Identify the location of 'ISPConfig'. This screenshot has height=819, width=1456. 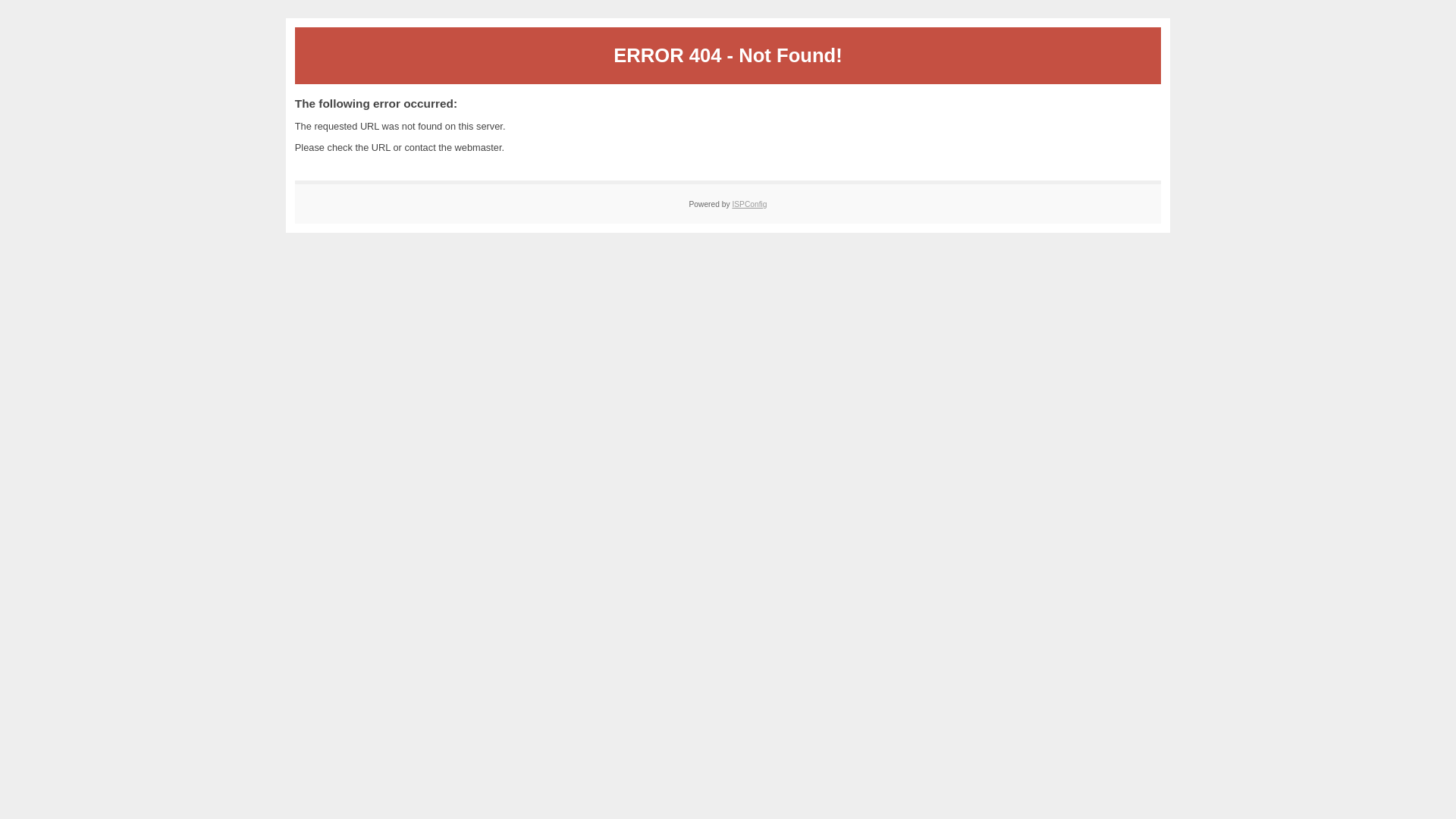
(749, 203).